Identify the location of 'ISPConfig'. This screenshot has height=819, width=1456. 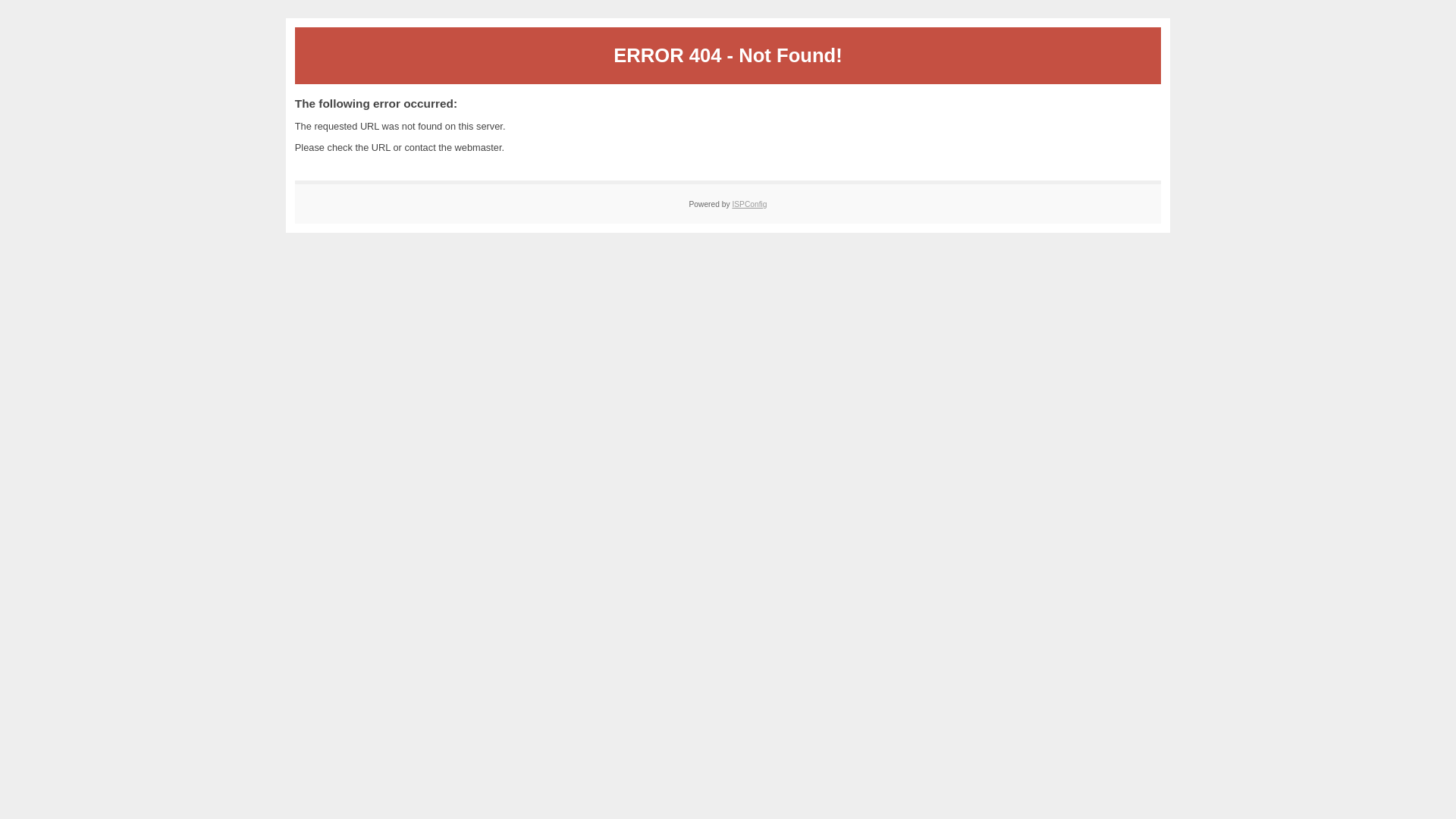
(749, 203).